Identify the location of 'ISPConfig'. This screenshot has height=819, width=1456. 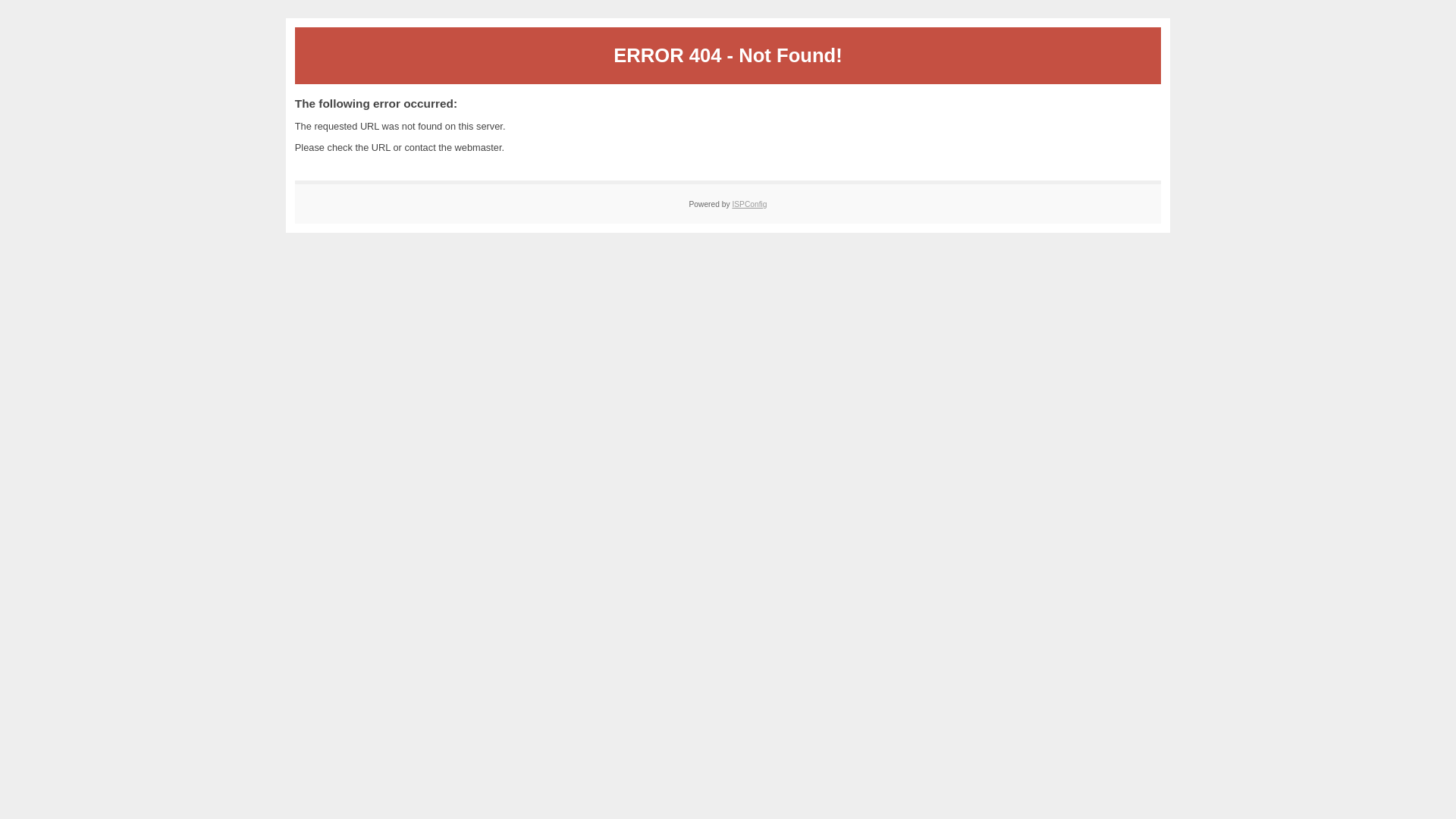
(749, 203).